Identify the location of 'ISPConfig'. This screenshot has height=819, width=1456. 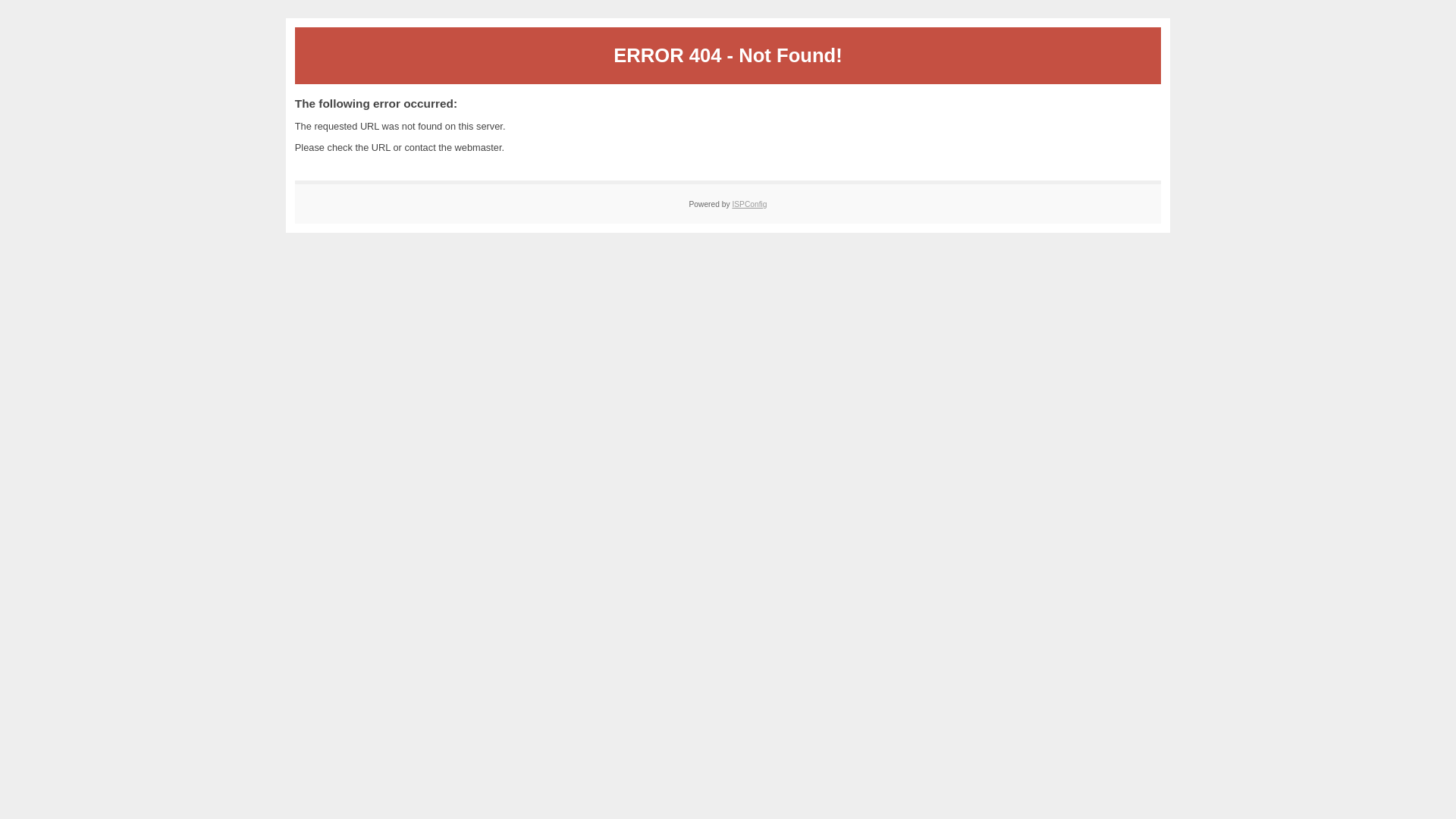
(749, 203).